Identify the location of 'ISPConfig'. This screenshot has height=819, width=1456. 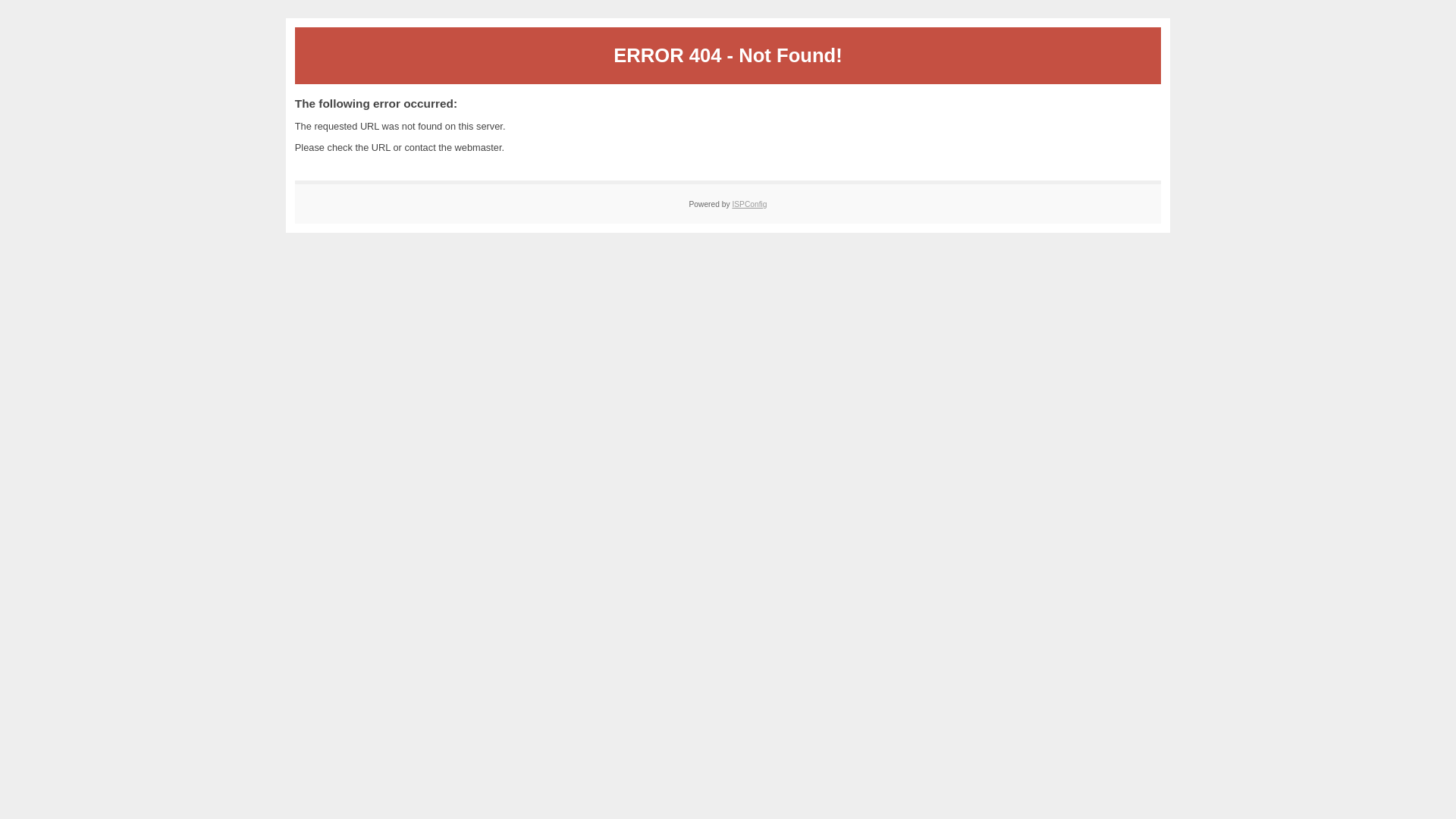
(749, 203).